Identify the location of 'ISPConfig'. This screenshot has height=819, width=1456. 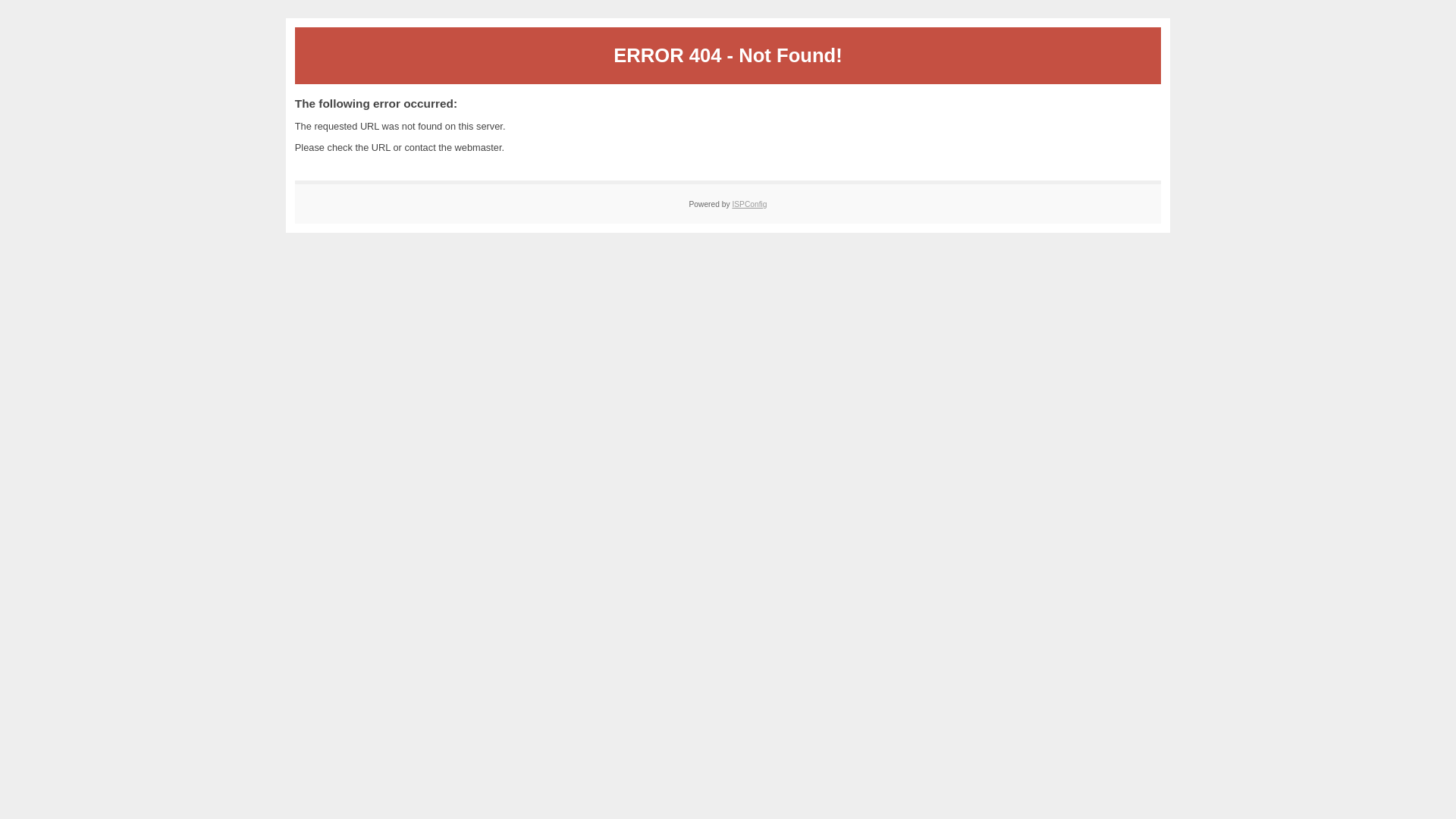
(749, 203).